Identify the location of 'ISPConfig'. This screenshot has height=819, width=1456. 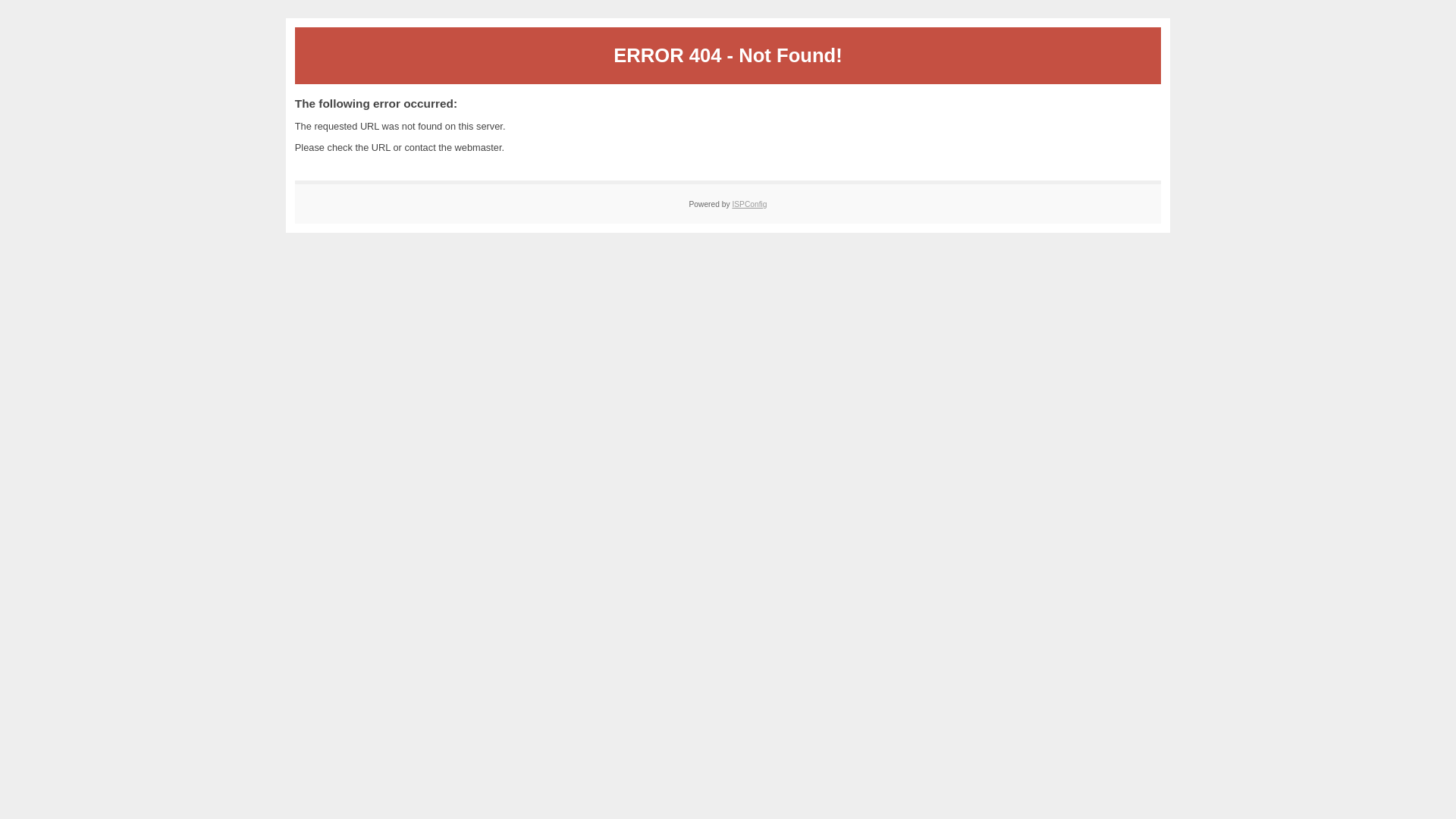
(749, 203).